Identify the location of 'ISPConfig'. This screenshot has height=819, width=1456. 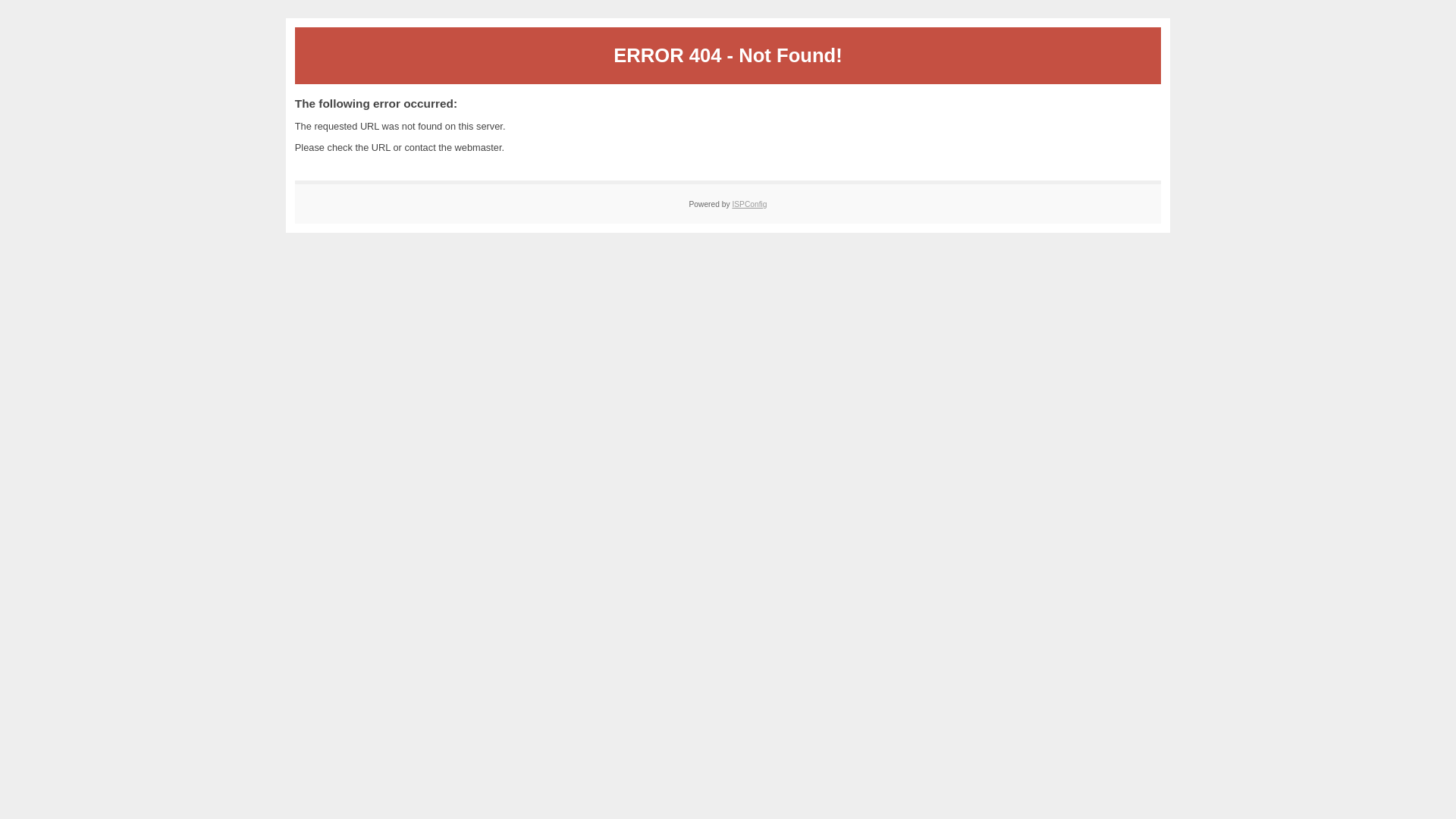
(749, 203).